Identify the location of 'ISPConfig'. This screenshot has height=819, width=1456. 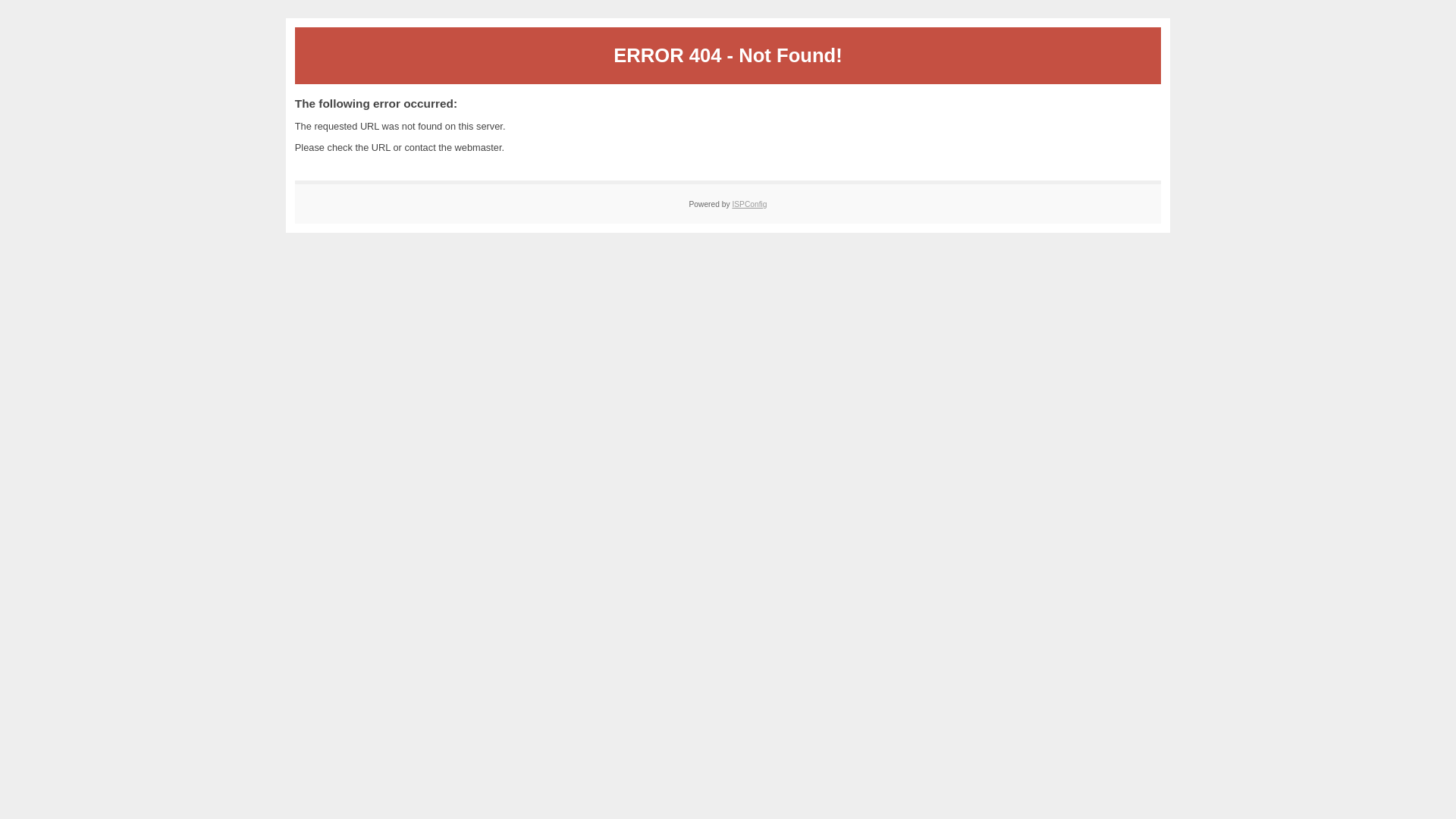
(749, 203).